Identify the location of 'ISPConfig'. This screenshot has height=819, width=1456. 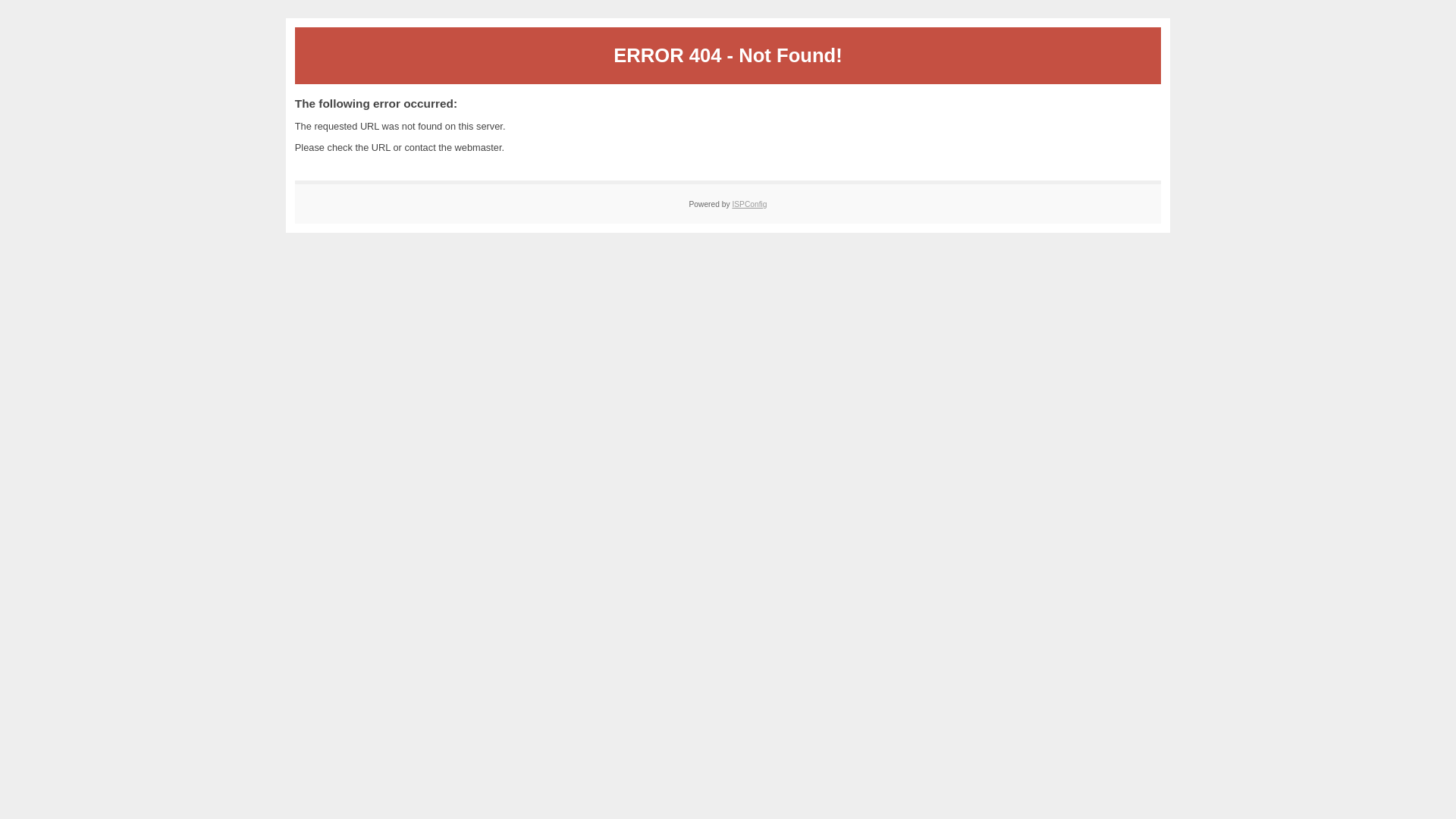
(749, 203).